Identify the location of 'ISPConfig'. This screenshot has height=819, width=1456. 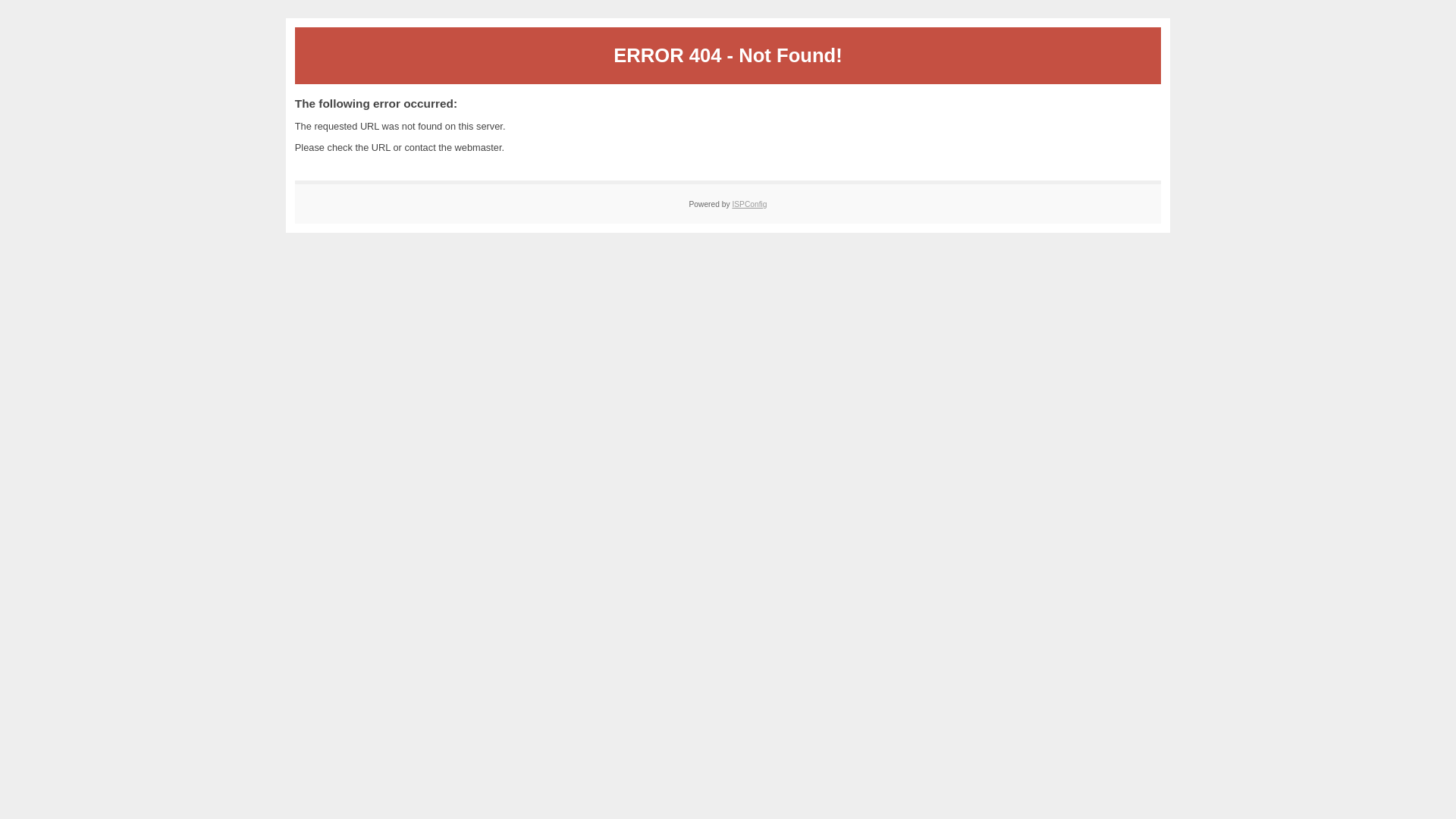
(749, 203).